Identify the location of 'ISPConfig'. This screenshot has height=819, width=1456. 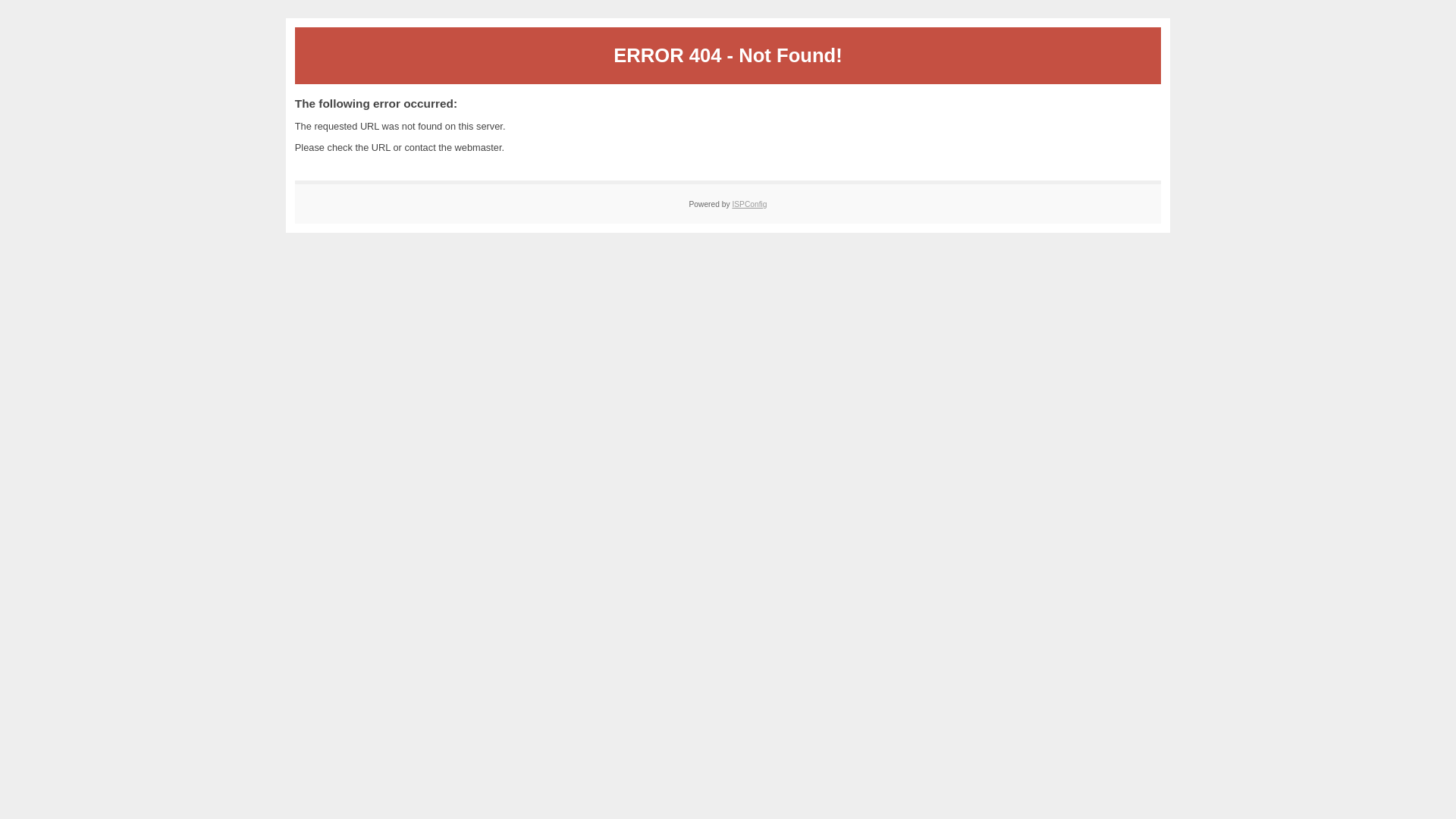
(749, 203).